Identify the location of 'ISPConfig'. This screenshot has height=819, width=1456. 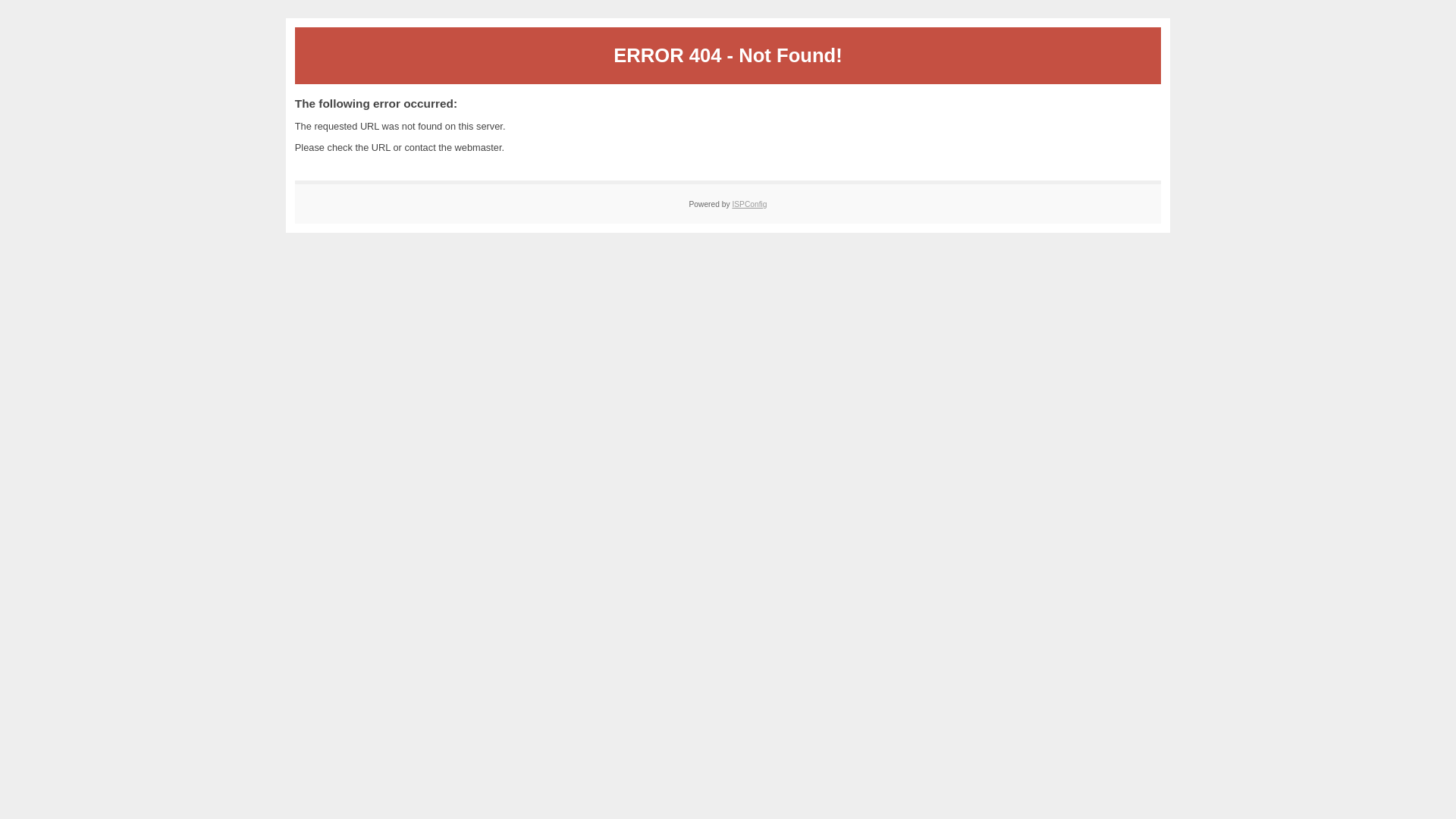
(749, 203).